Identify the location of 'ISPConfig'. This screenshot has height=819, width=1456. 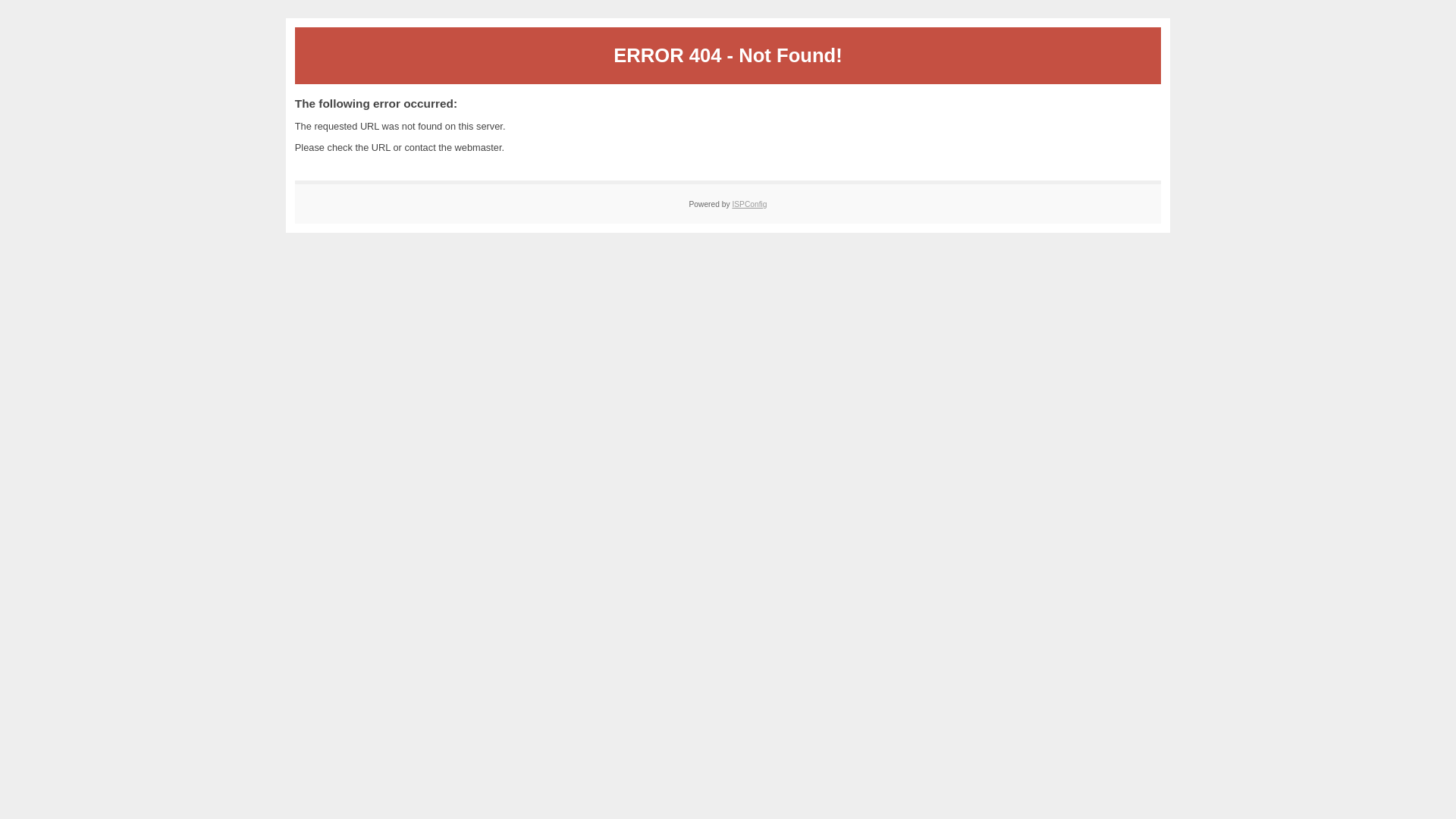
(749, 203).